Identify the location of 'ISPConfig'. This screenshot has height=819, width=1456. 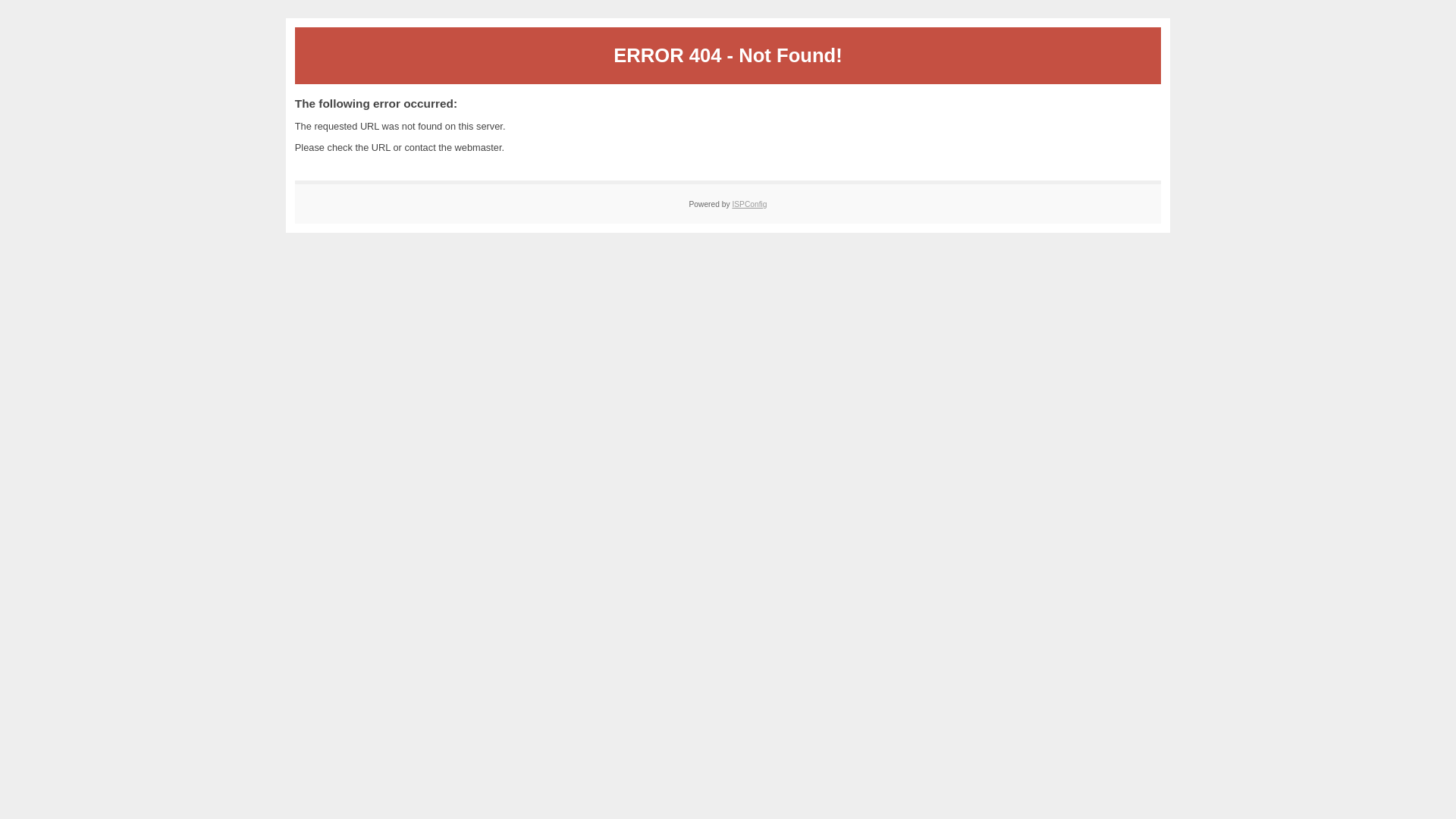
(749, 203).